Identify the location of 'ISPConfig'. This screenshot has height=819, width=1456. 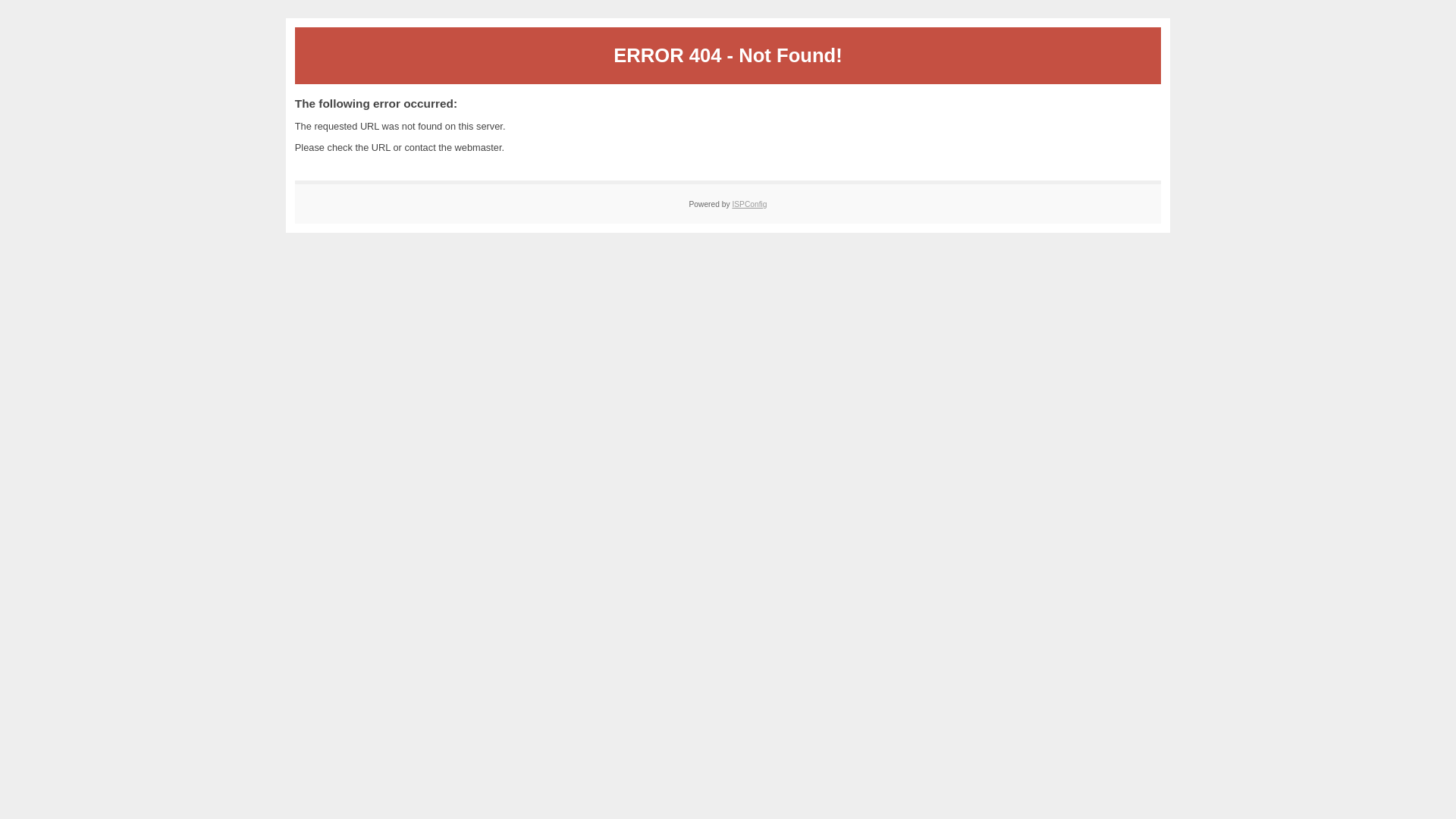
(749, 203).